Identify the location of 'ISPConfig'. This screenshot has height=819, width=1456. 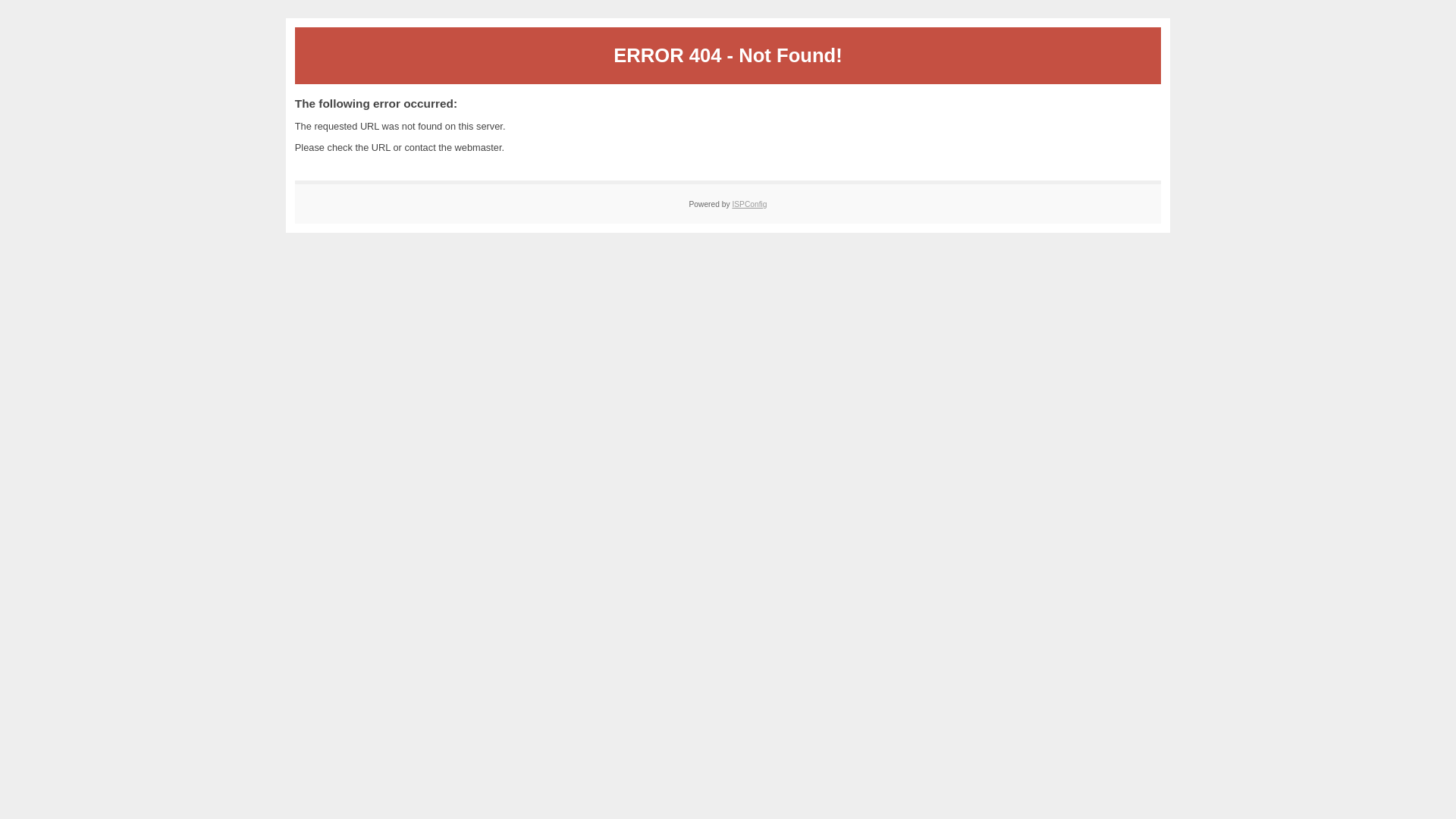
(749, 203).